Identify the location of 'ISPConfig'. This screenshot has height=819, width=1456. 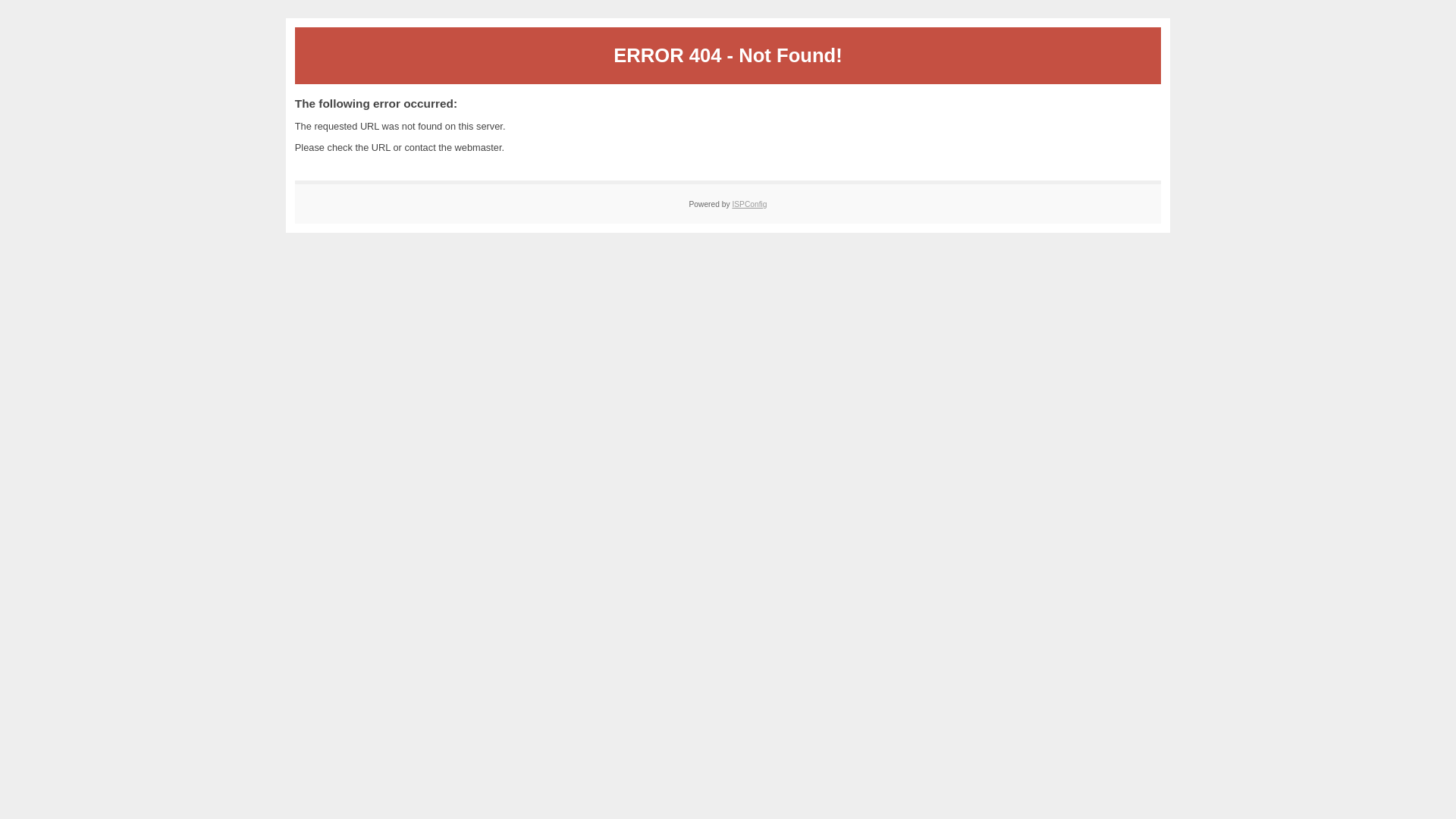
(749, 203).